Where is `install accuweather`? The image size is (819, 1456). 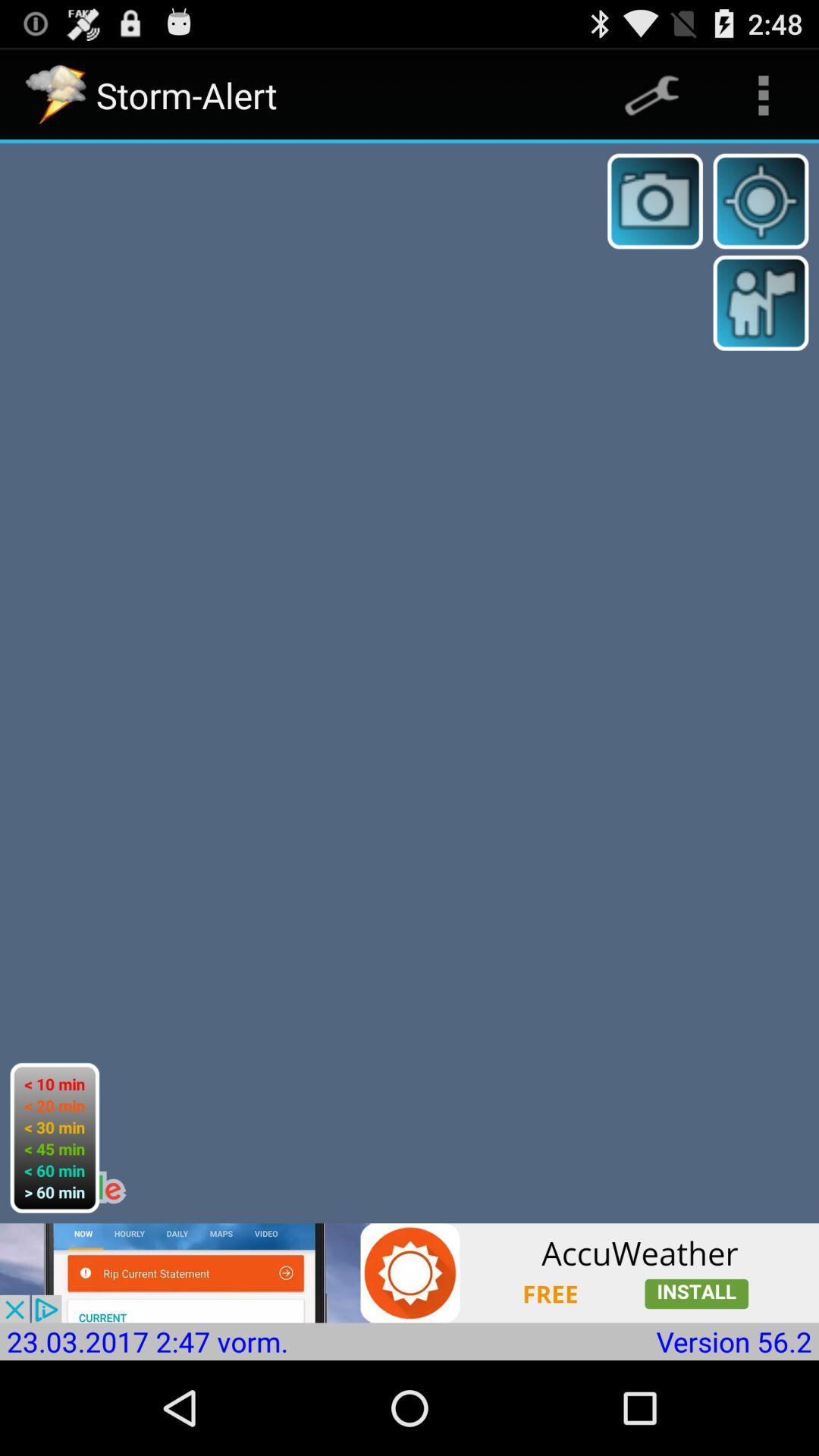
install accuweather is located at coordinates (409, 1272).